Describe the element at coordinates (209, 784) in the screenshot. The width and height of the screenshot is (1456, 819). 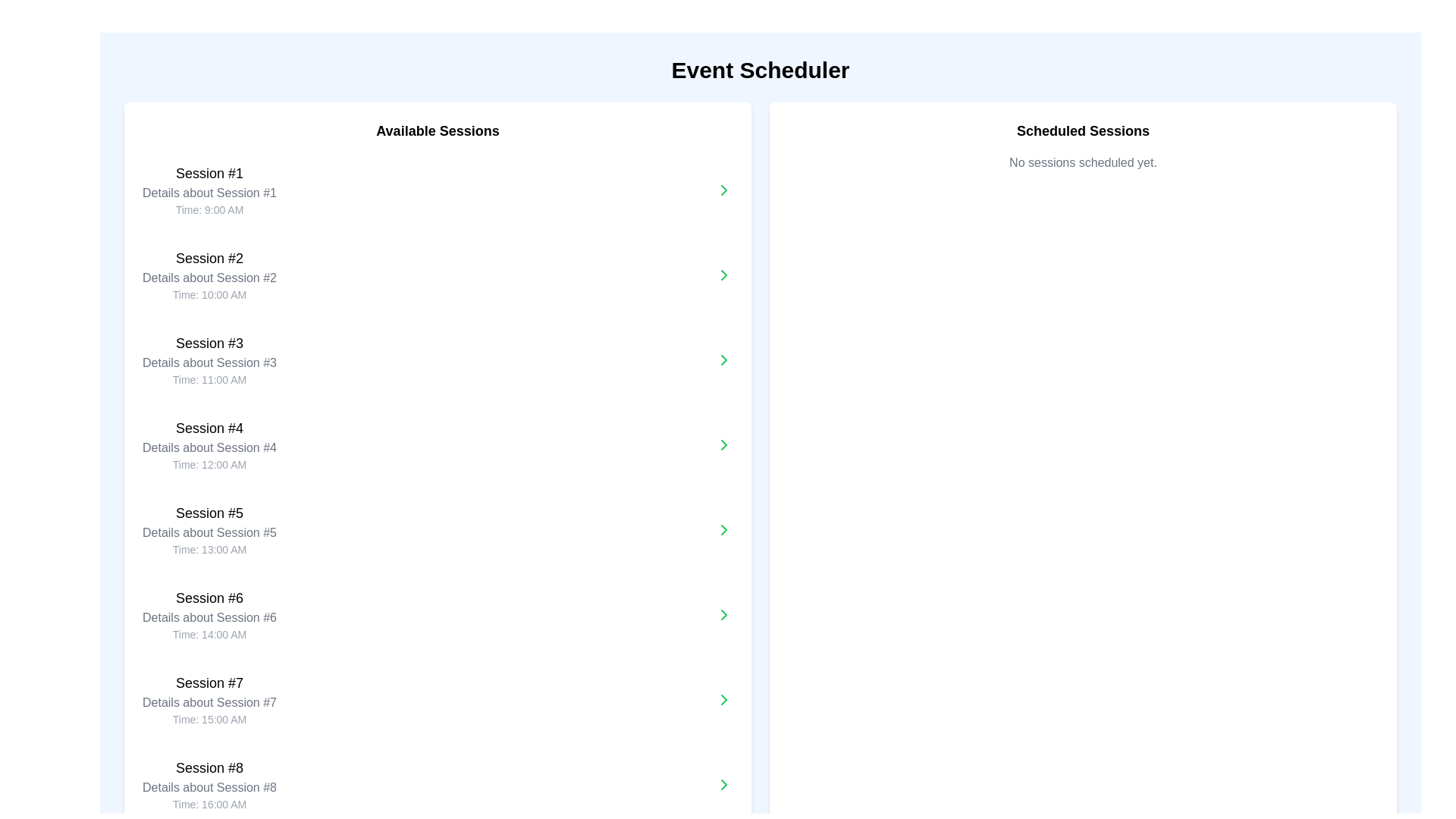
I see `detailed information displayed in the Textual Information Block for 'Session #8', which includes its title, description, and scheduled time` at that location.